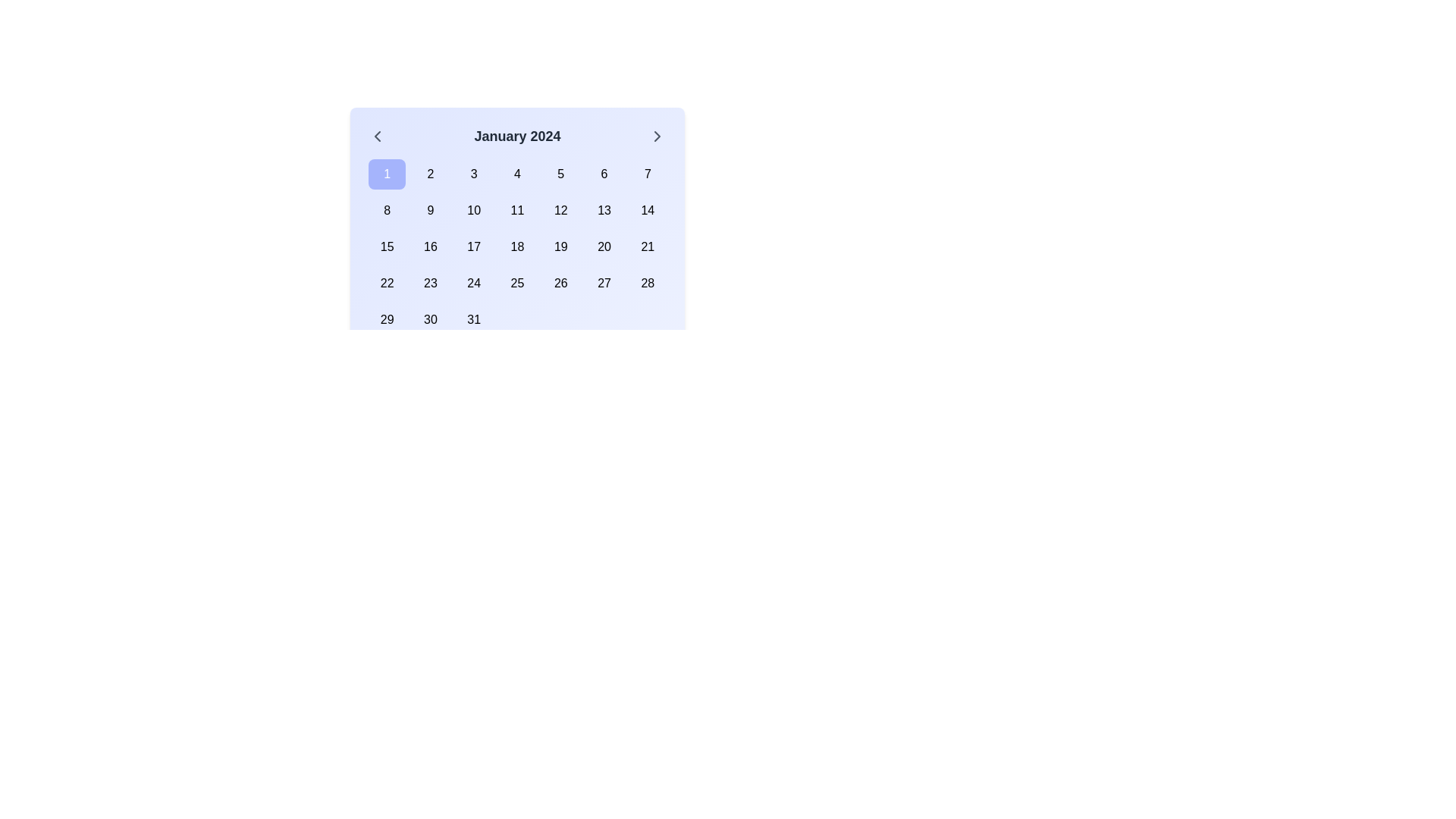 This screenshot has width=1456, height=819. I want to click on the button representing the 25th day of January 2024 for keyboard interaction, so click(517, 284).